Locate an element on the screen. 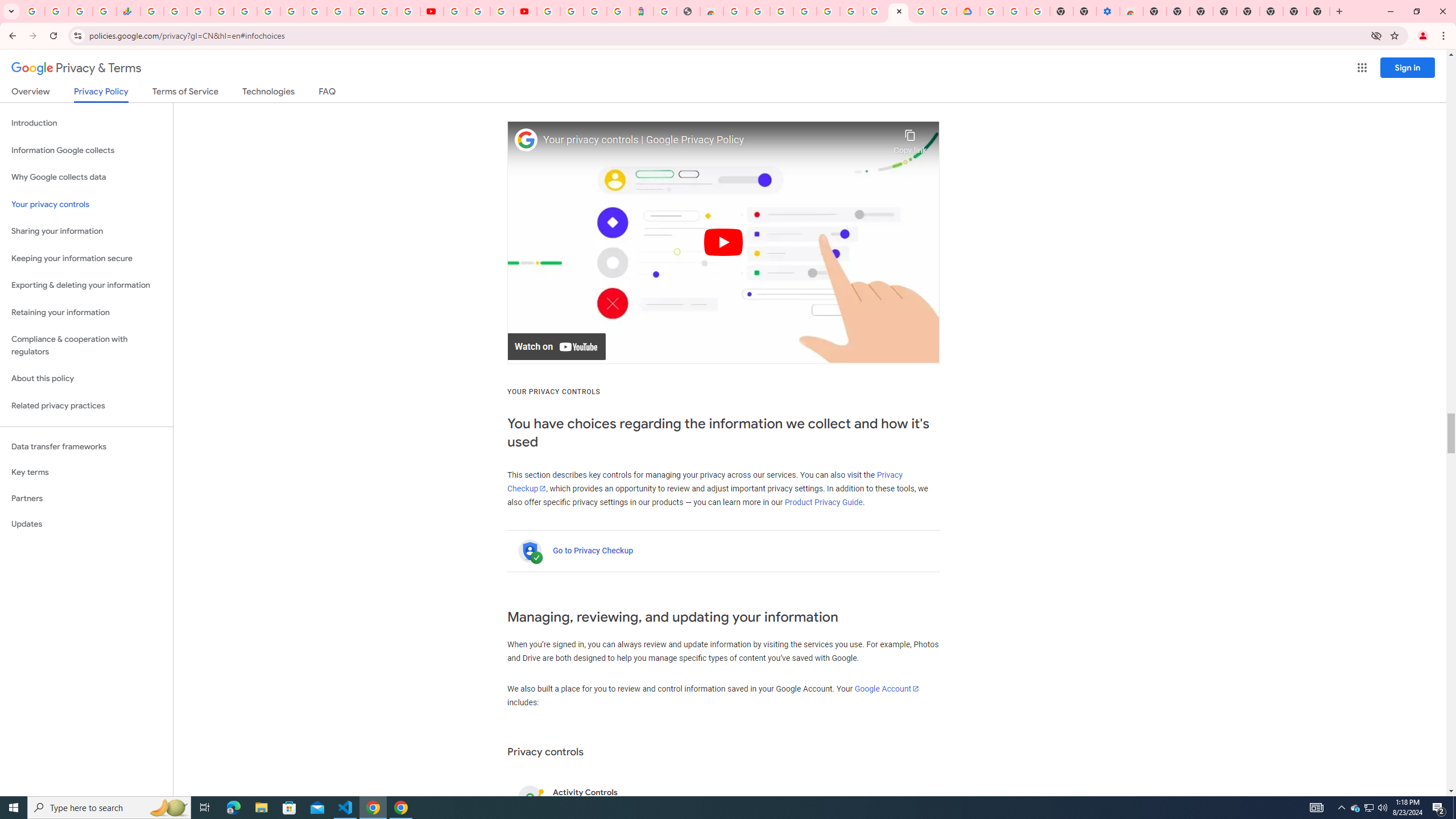 This screenshot has height=819, width=1456. 'Privacy Checkup' is located at coordinates (705, 481).